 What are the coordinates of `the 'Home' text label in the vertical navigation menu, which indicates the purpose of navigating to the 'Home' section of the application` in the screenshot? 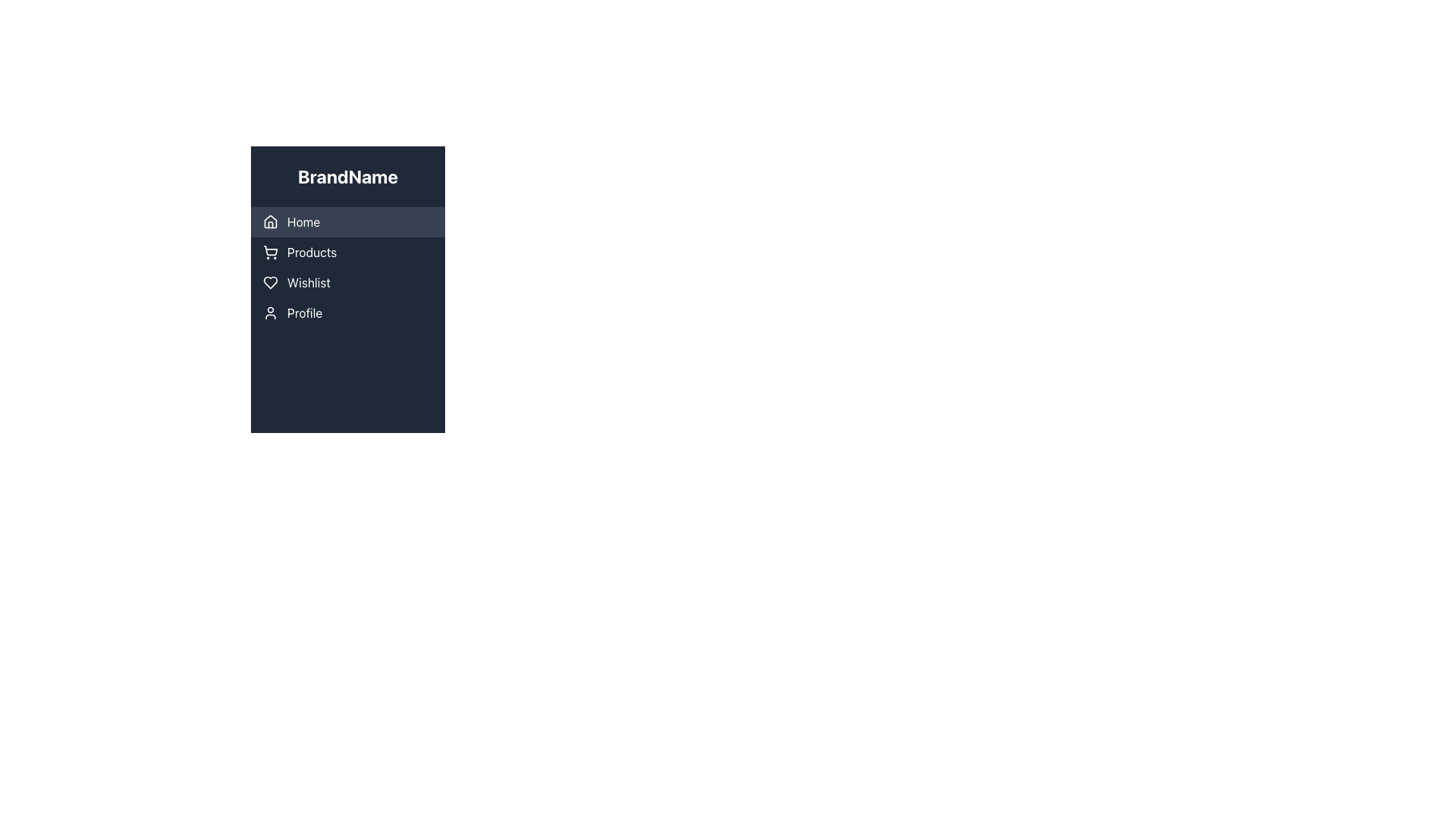 It's located at (303, 222).